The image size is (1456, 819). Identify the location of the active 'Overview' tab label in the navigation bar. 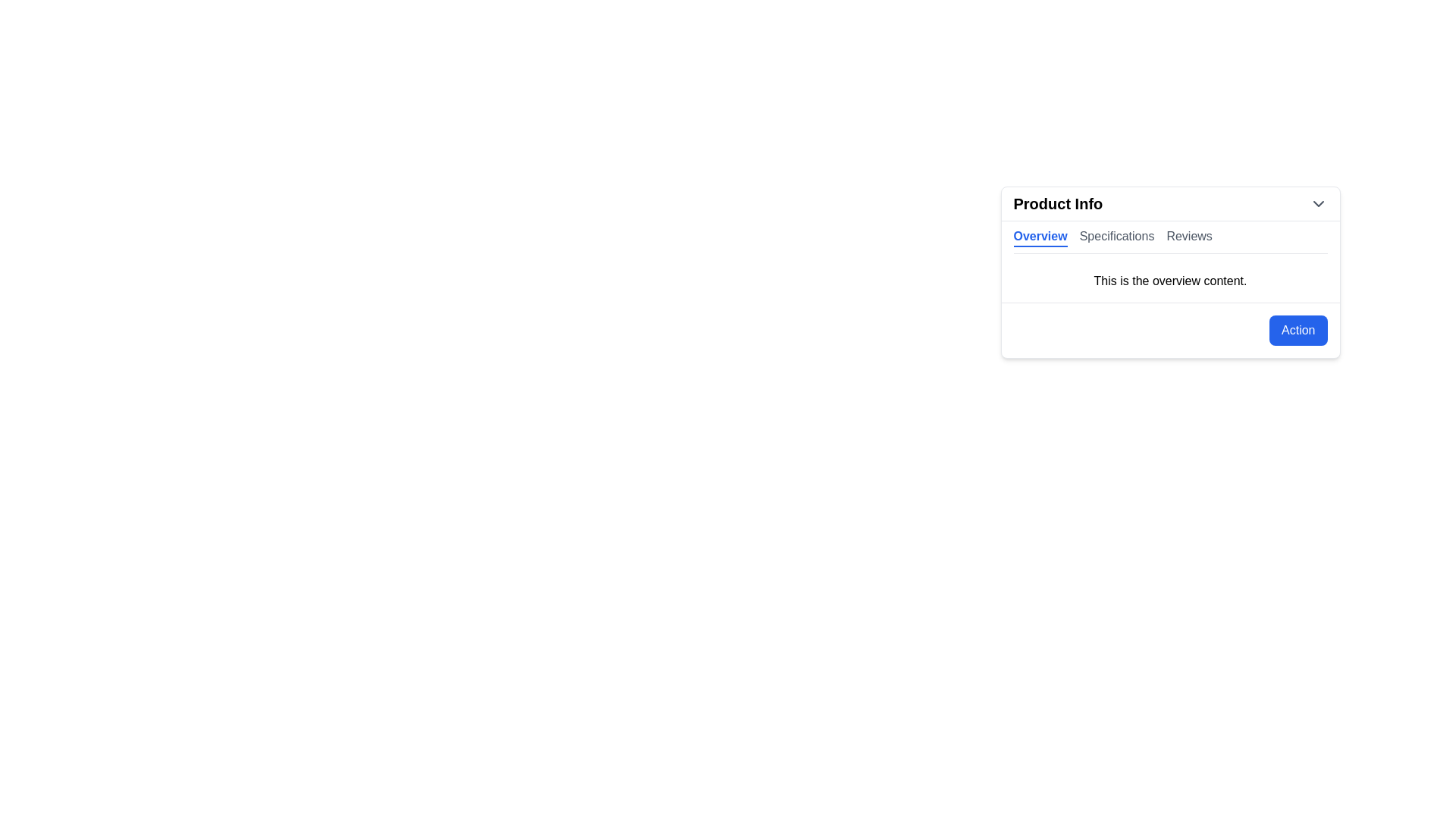
(1040, 237).